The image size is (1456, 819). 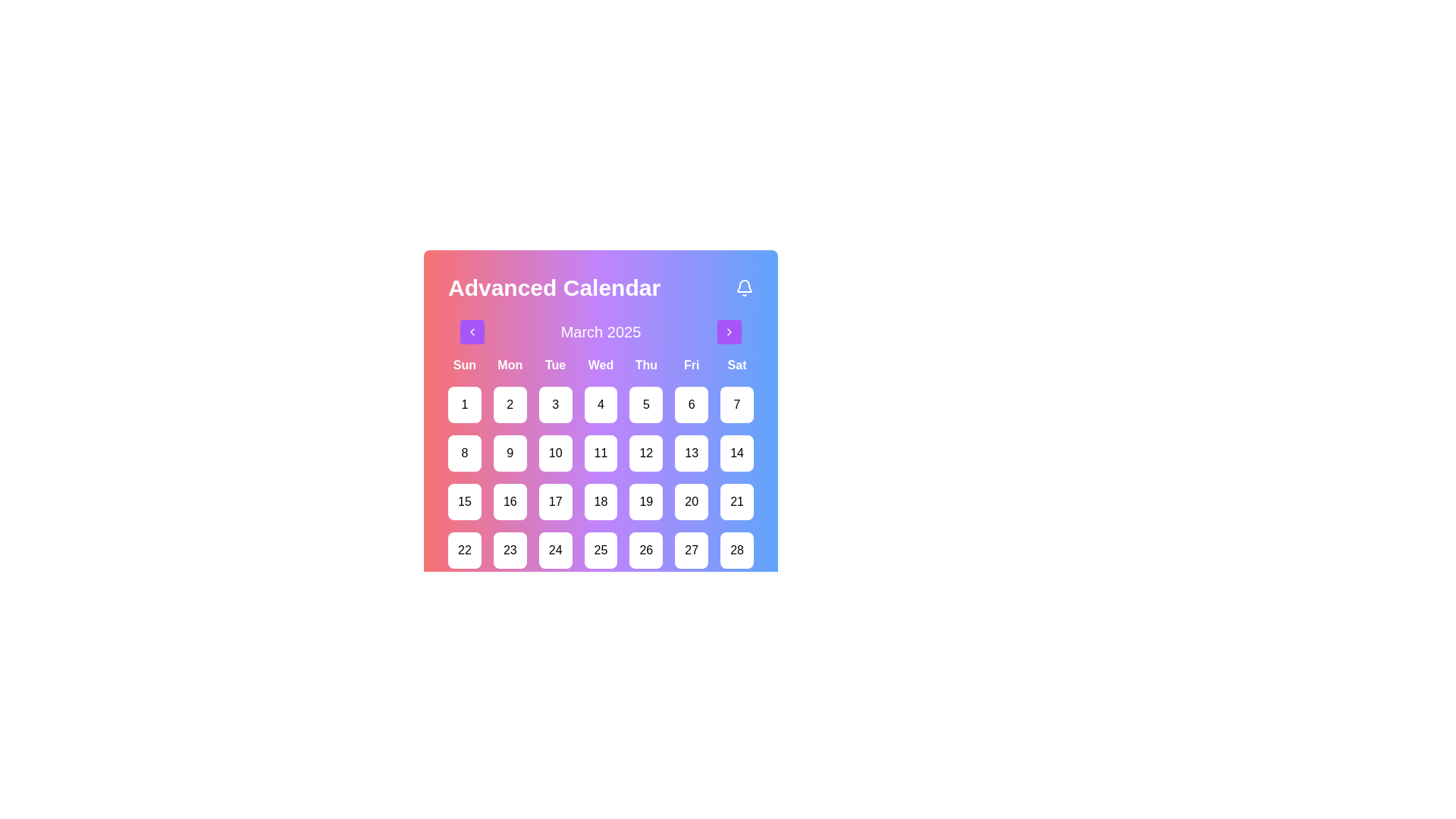 What do you see at coordinates (645, 452) in the screenshot?
I see `on the calendar date cell representing the 12th day of March 2025` at bounding box center [645, 452].